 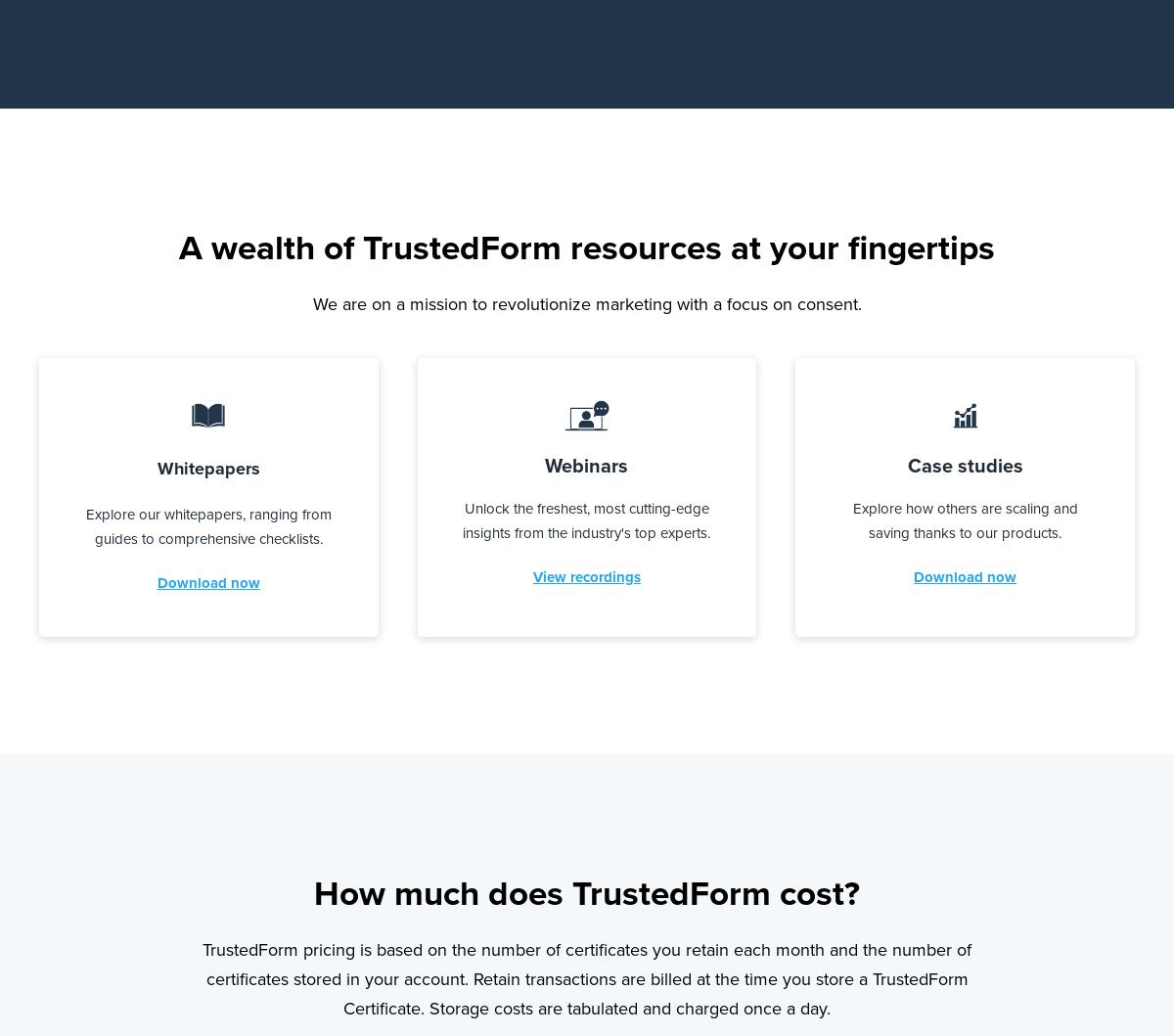 What do you see at coordinates (587, 892) in the screenshot?
I see `'How much does TrustedForm cost?'` at bounding box center [587, 892].